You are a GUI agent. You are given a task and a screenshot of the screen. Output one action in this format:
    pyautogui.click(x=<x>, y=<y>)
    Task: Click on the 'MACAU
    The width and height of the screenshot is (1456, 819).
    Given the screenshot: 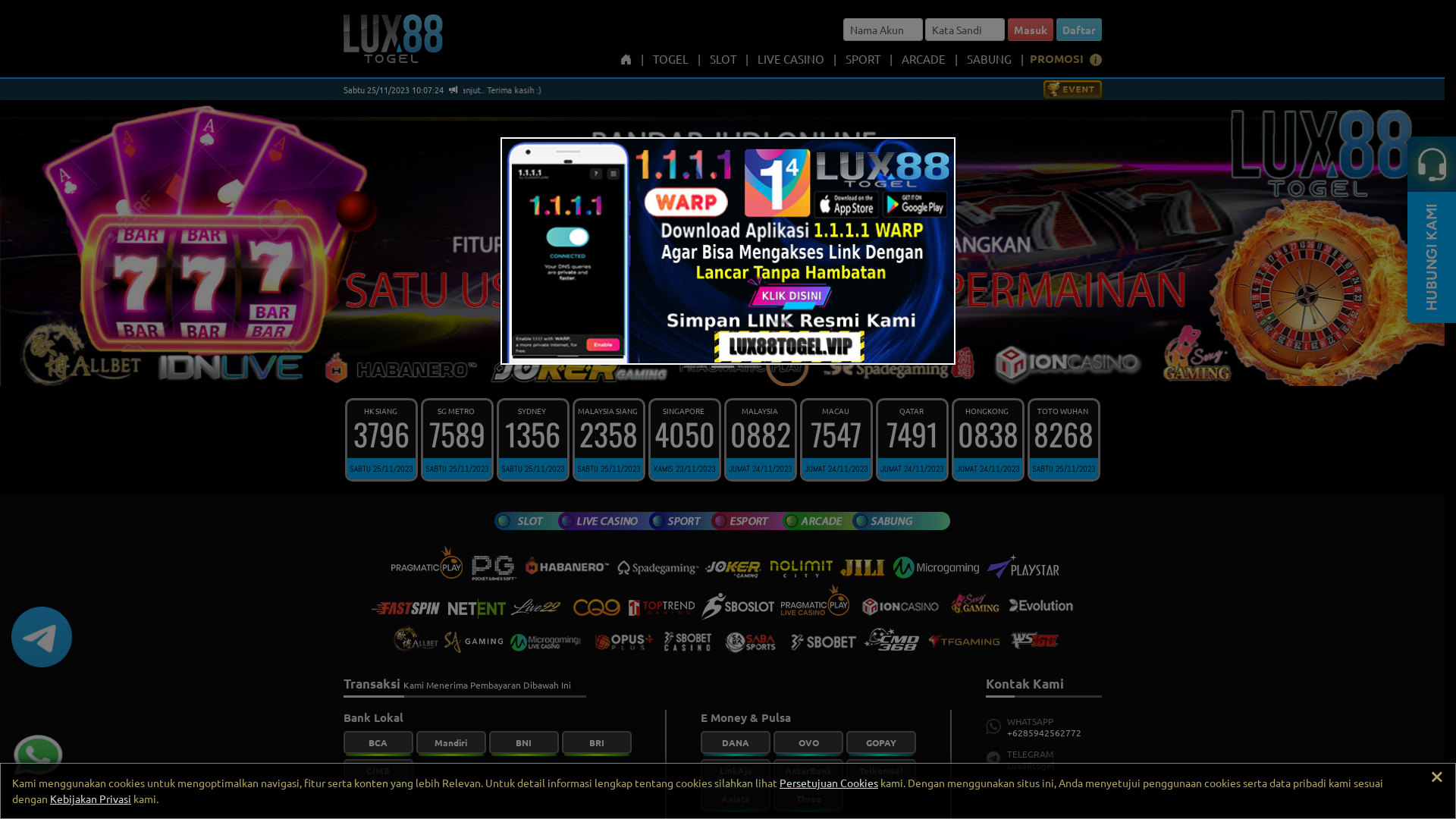 What is the action you would take?
    pyautogui.click(x=835, y=439)
    